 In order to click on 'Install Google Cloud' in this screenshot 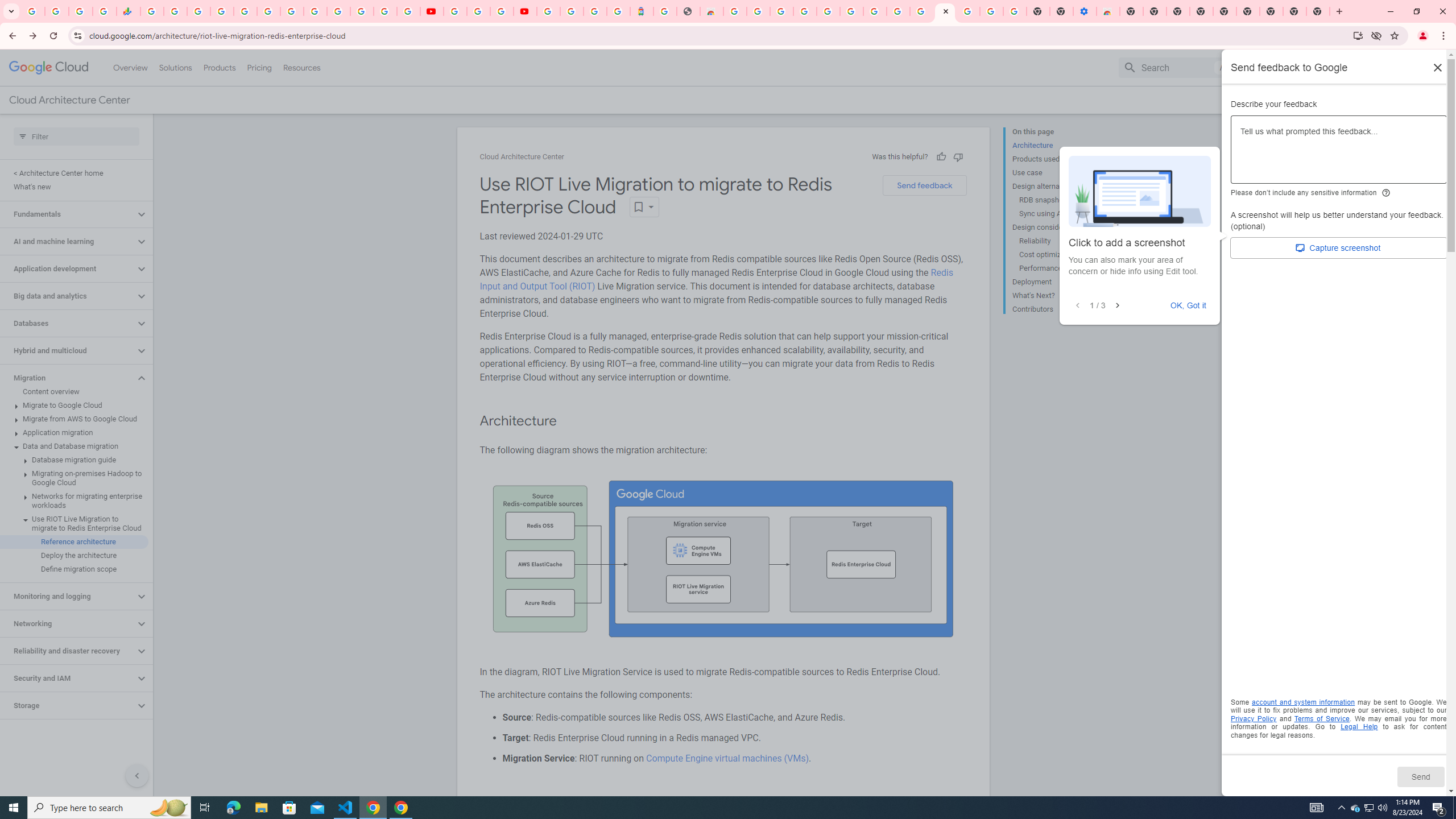, I will do `click(1358, 35)`.